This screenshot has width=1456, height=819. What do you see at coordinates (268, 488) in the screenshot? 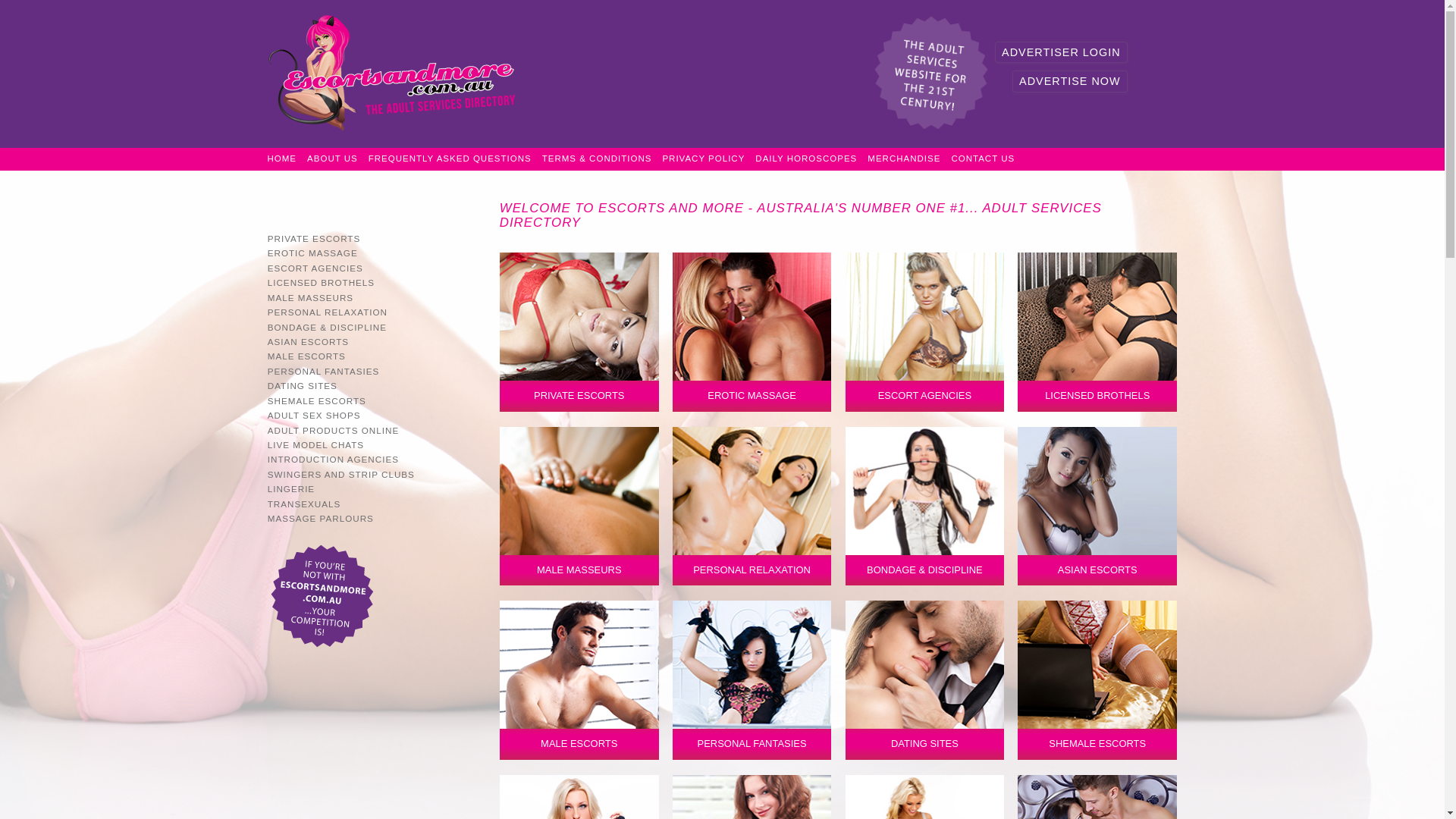
I see `'LINGERIE'` at bounding box center [268, 488].